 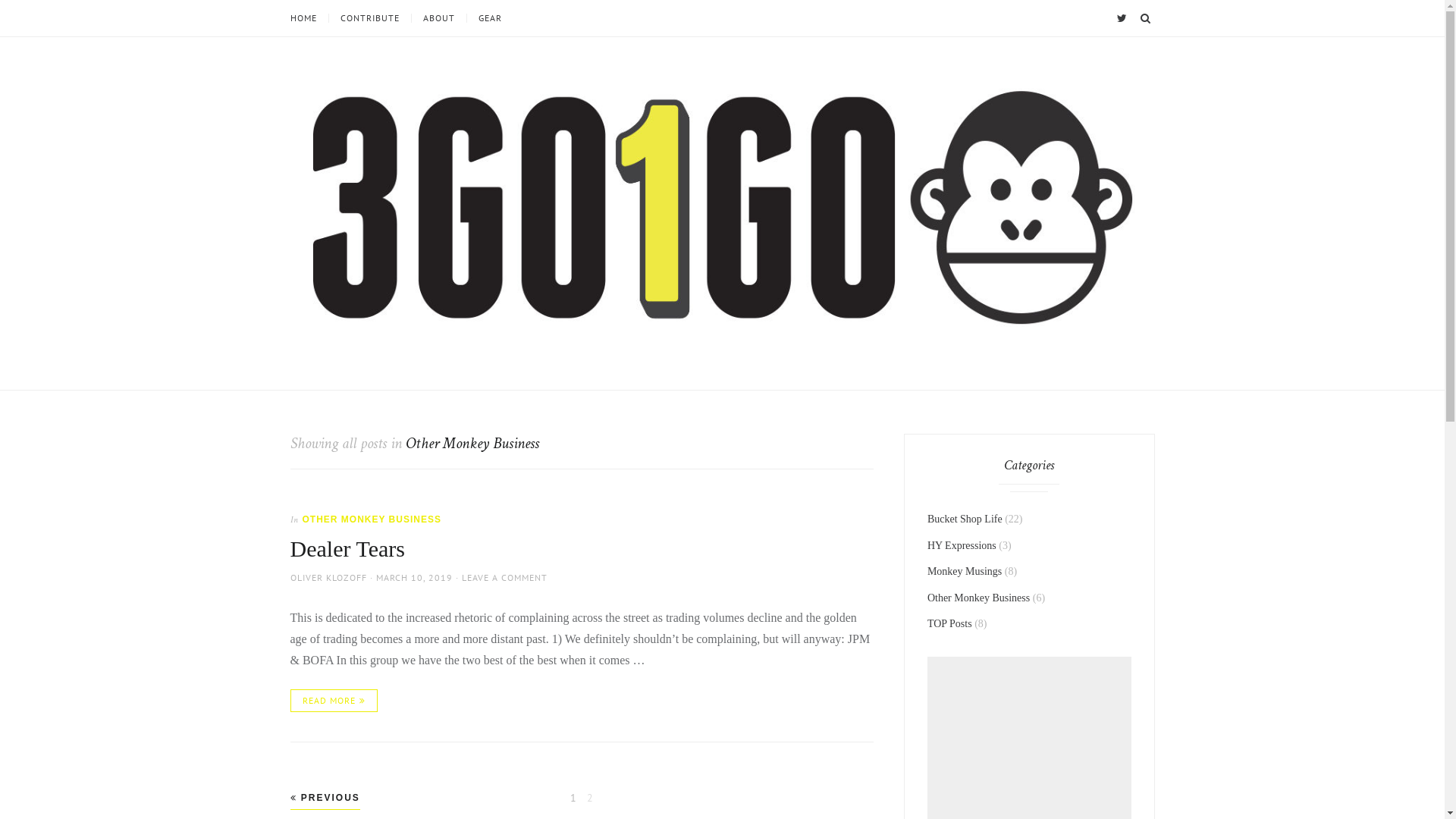 I want to click on 'ABOUT', so click(x=438, y=17).